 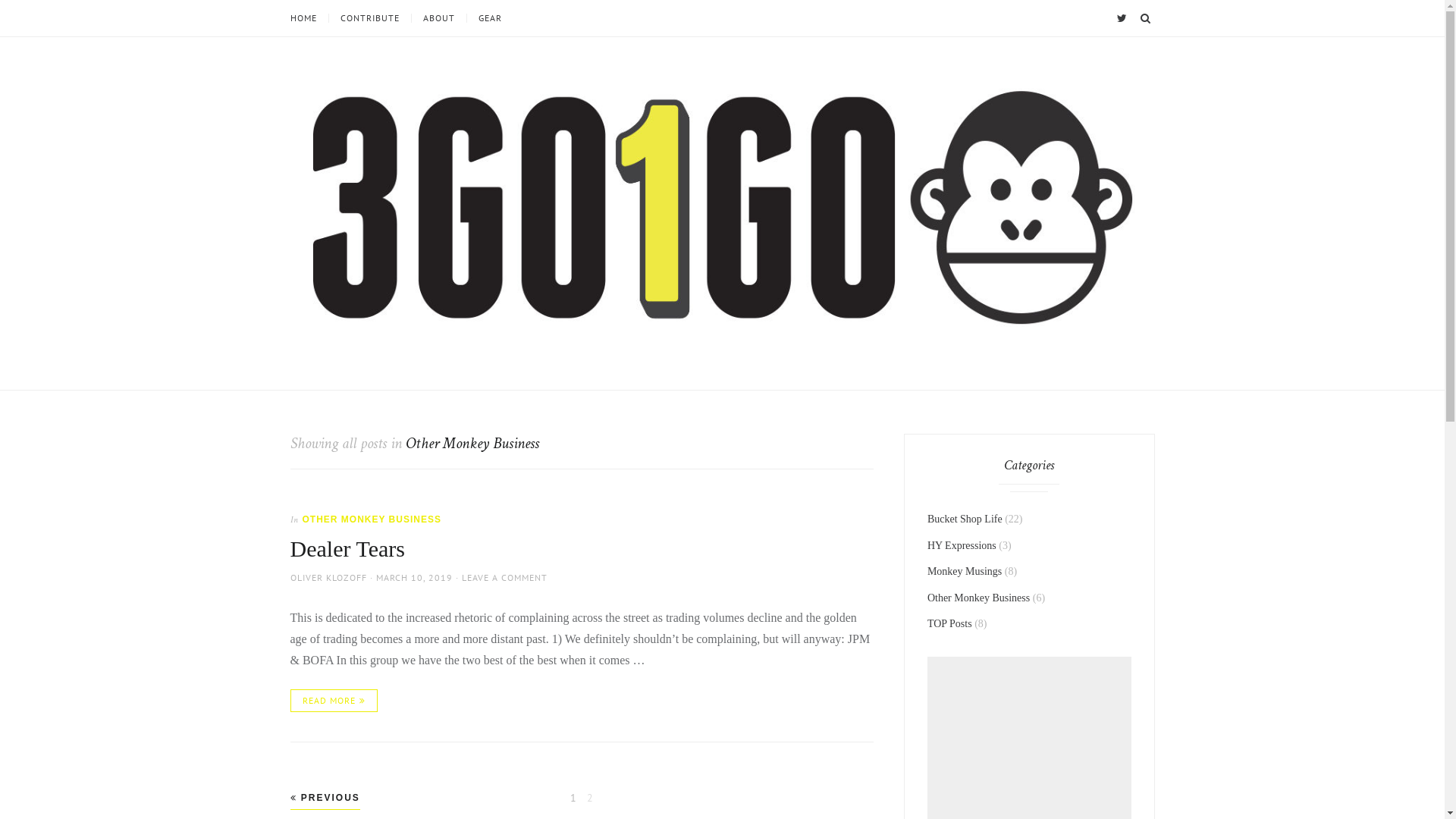 I want to click on 'ABOUT', so click(x=438, y=17).